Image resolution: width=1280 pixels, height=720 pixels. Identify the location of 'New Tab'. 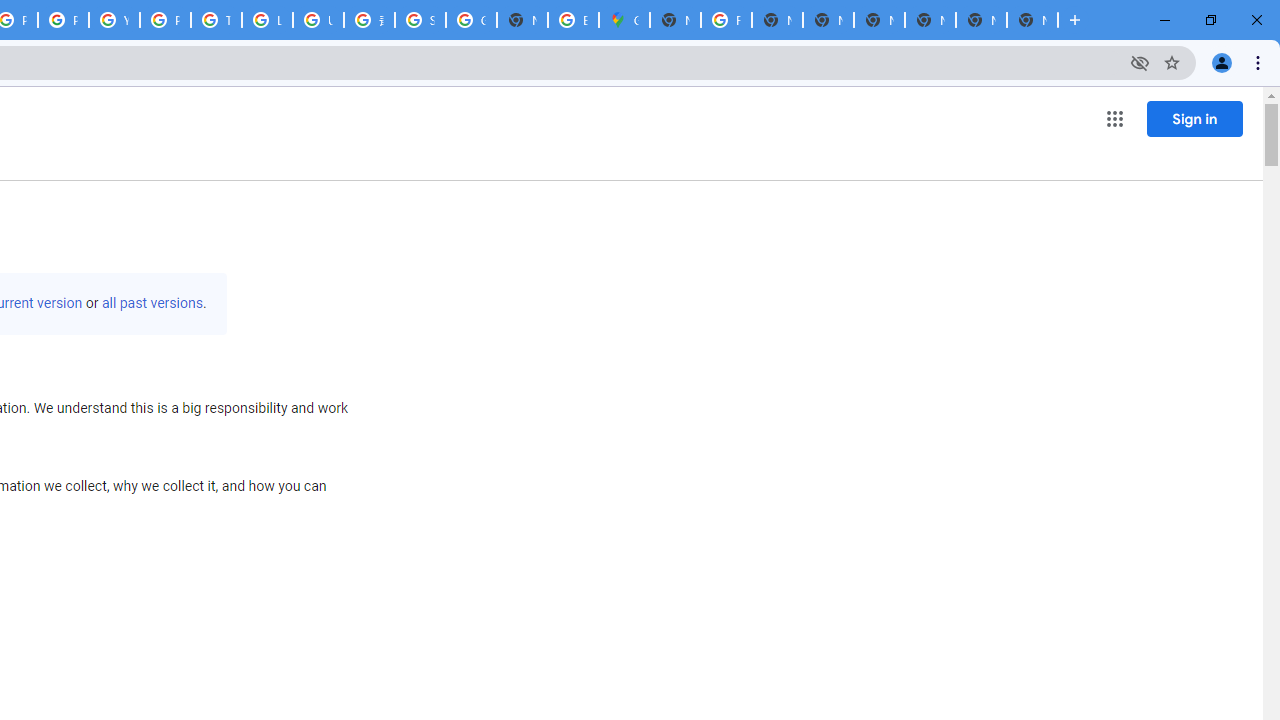
(1032, 20).